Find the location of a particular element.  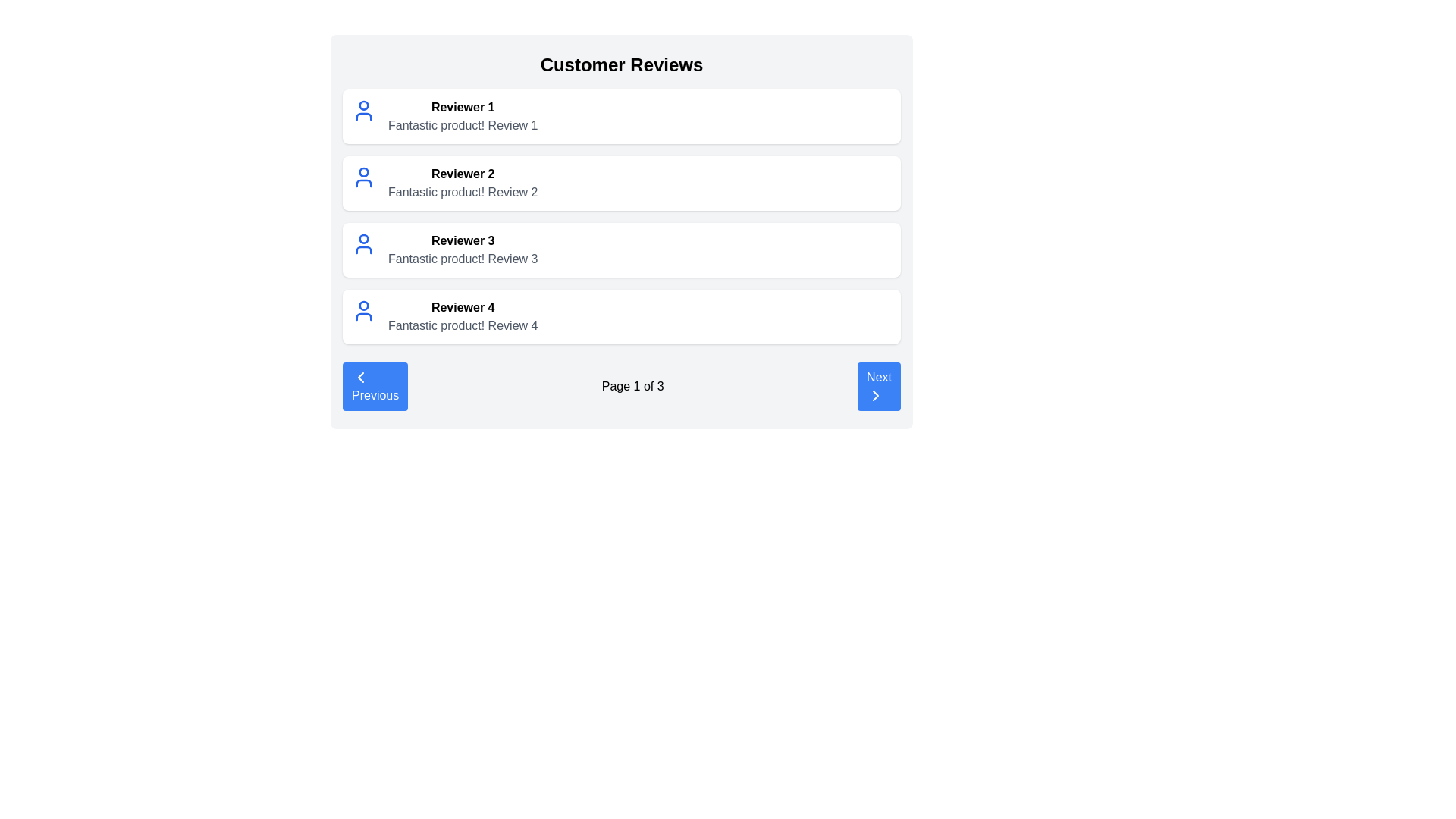

the rectangular blue 'Previous' button with white text and a leftward-pointing chevron icon is located at coordinates (375, 385).